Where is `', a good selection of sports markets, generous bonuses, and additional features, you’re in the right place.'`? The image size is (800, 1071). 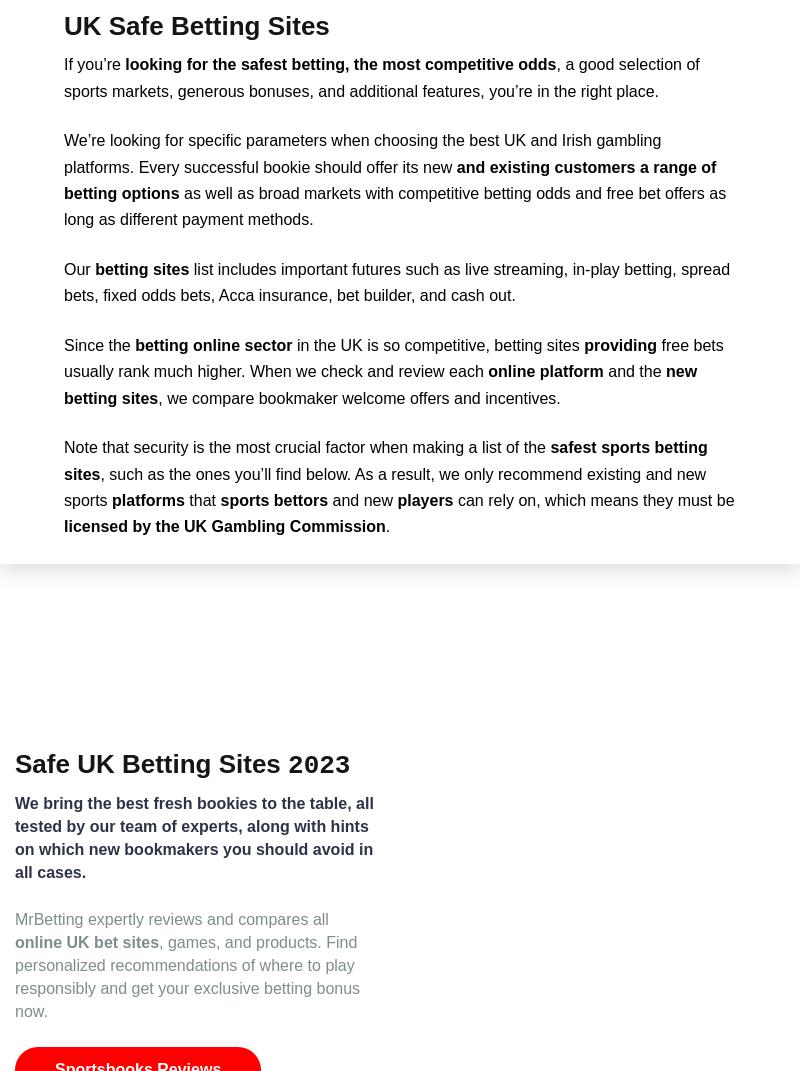 ', a good selection of sports markets, generous bonuses, and additional features, you’re in the right place.' is located at coordinates (380, 76).